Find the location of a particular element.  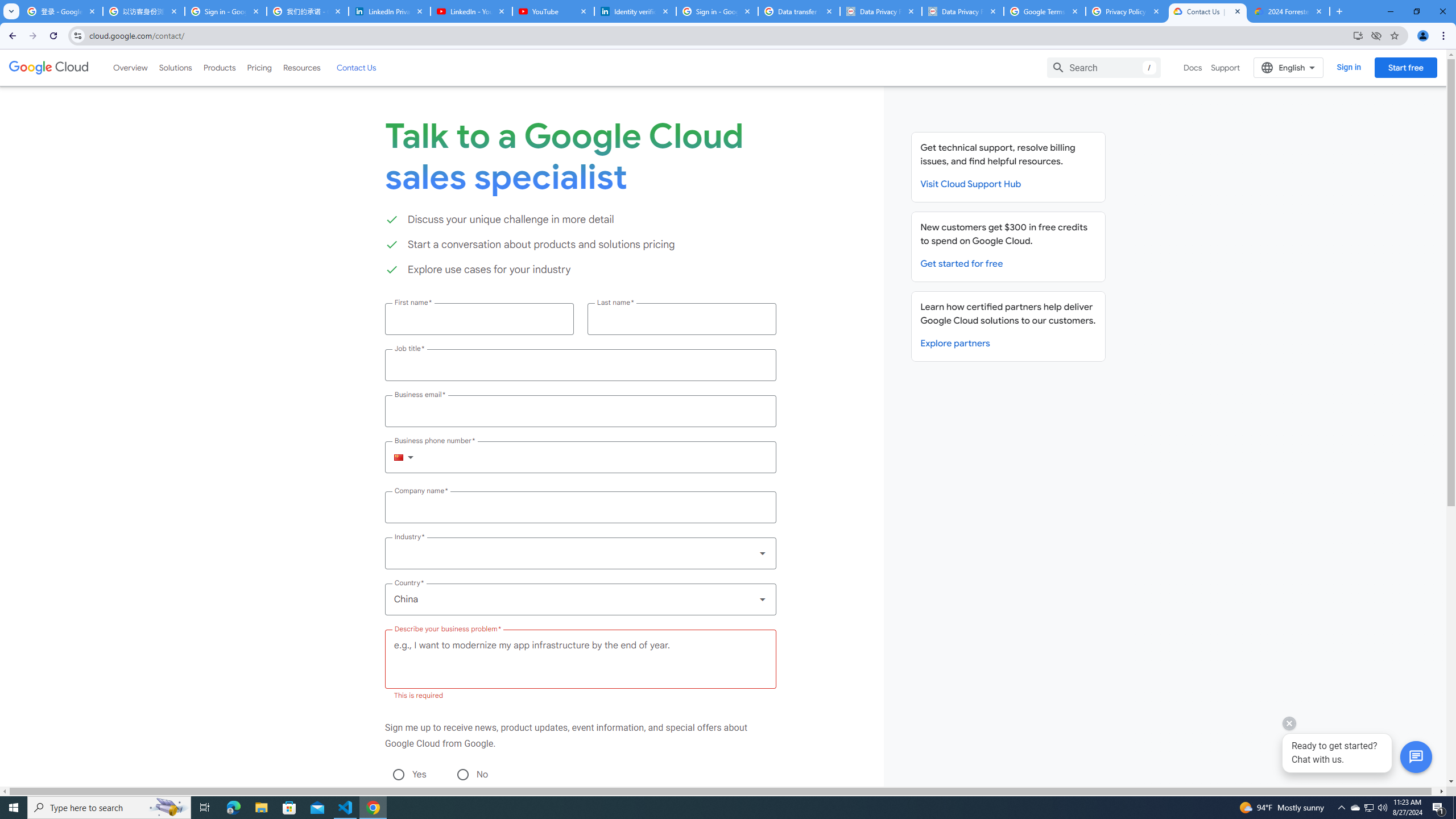

'Sign in - Google Accounts' is located at coordinates (225, 11).